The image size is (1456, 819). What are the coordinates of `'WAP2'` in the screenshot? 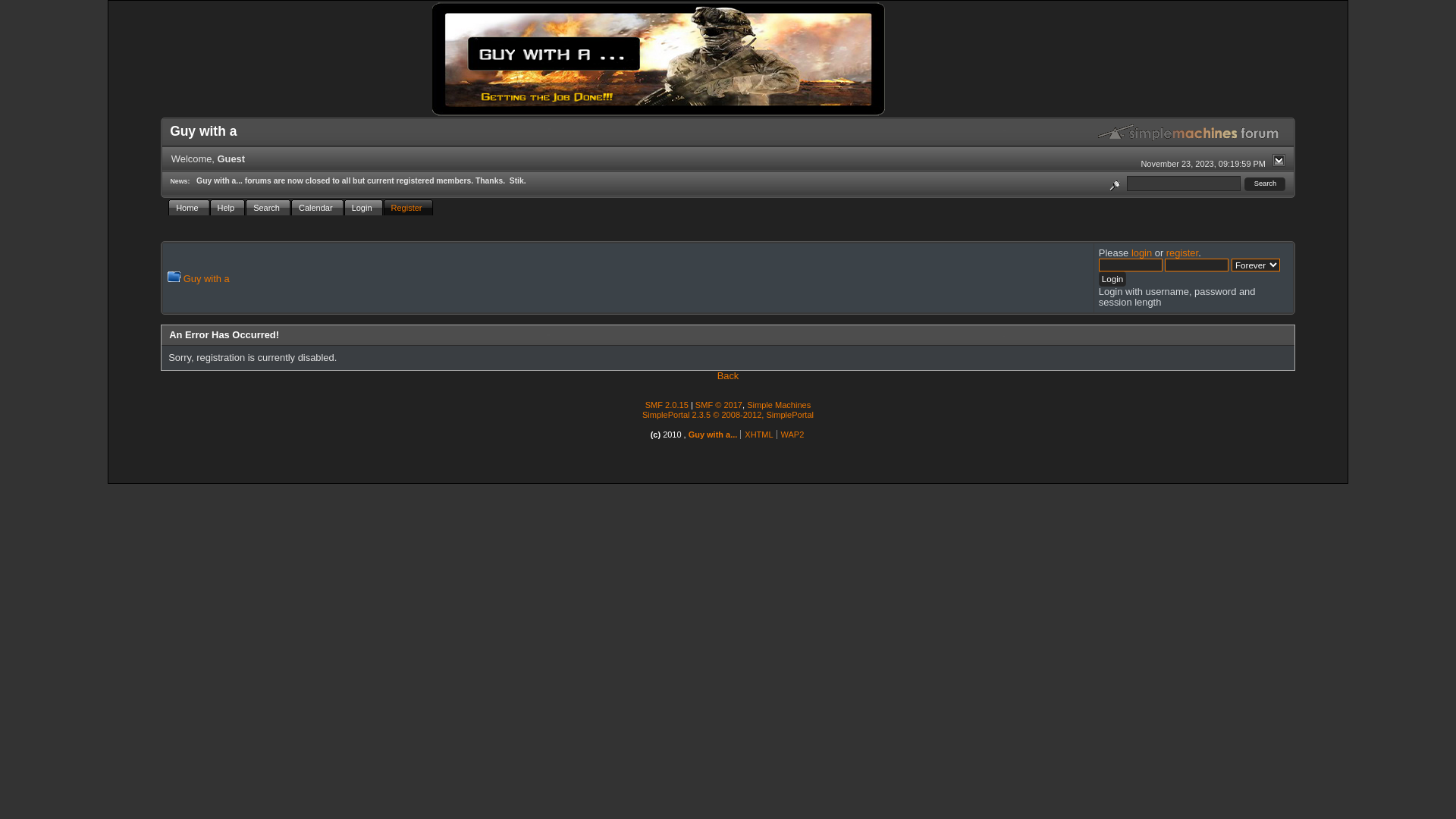 It's located at (792, 435).